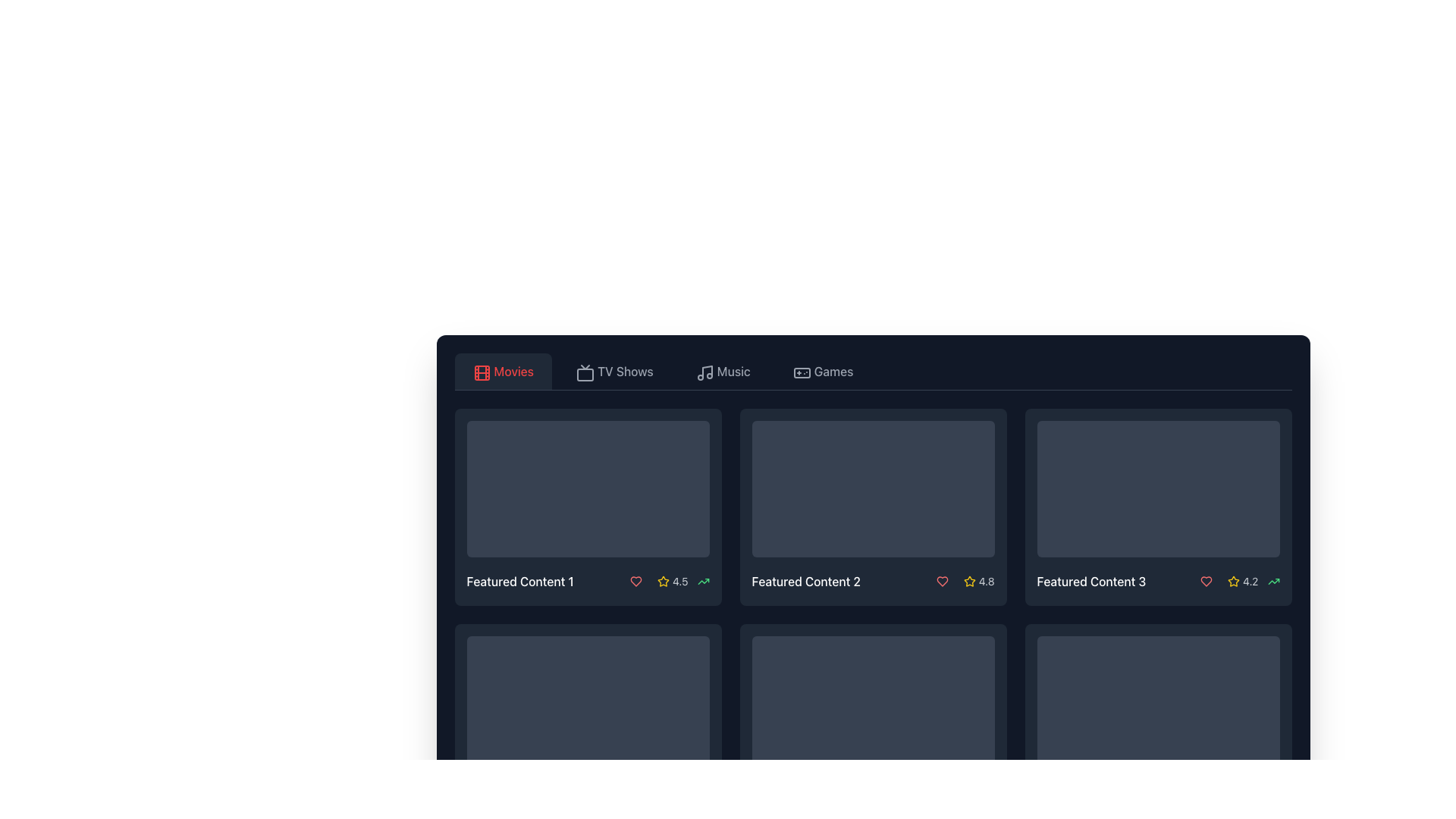 The height and width of the screenshot is (819, 1456). What do you see at coordinates (873, 488) in the screenshot?
I see `the graphic or decorative component located centrally in the 'Featured Content 2' section of the grid layout` at bounding box center [873, 488].